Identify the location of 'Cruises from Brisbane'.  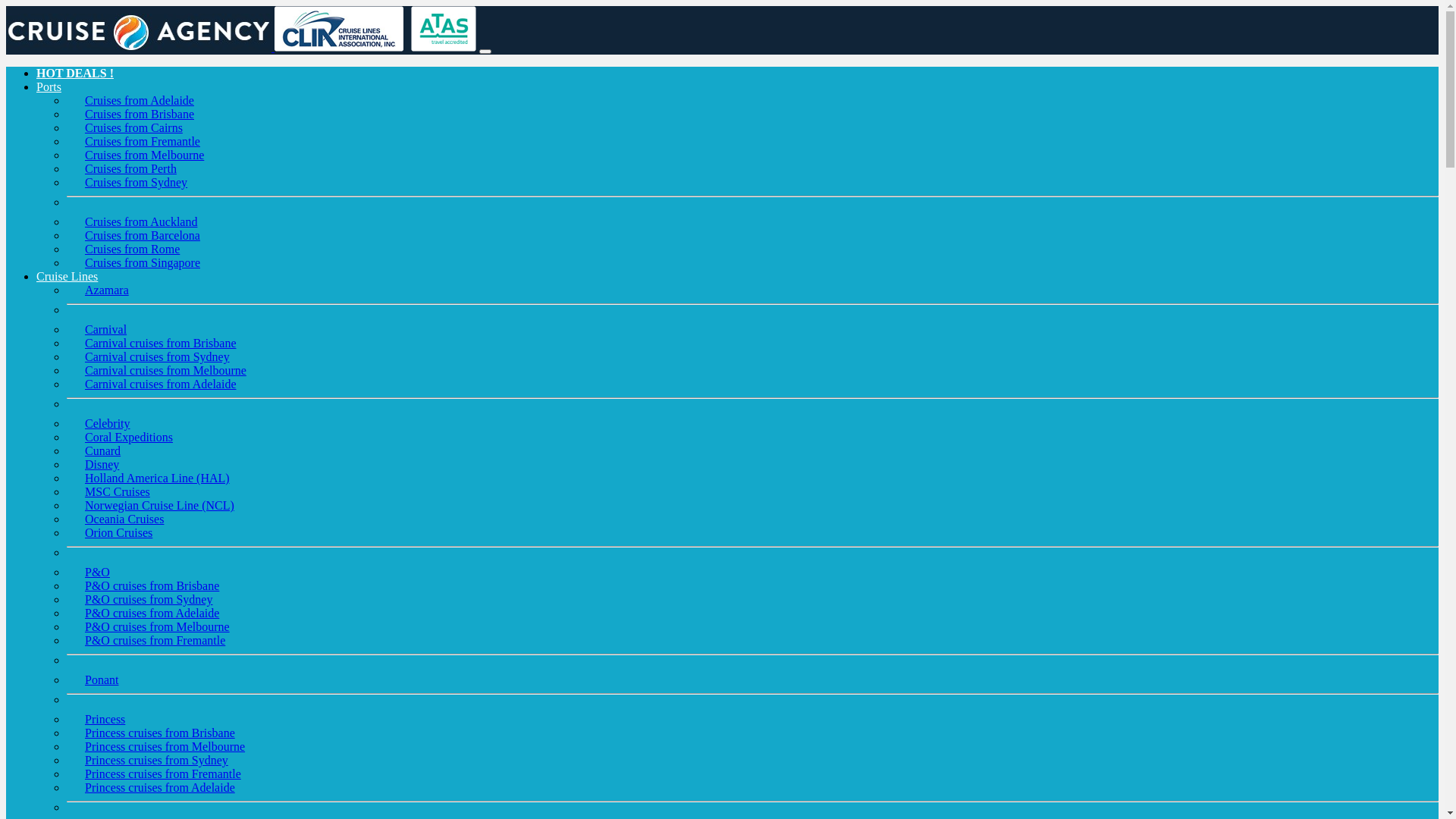
(139, 113).